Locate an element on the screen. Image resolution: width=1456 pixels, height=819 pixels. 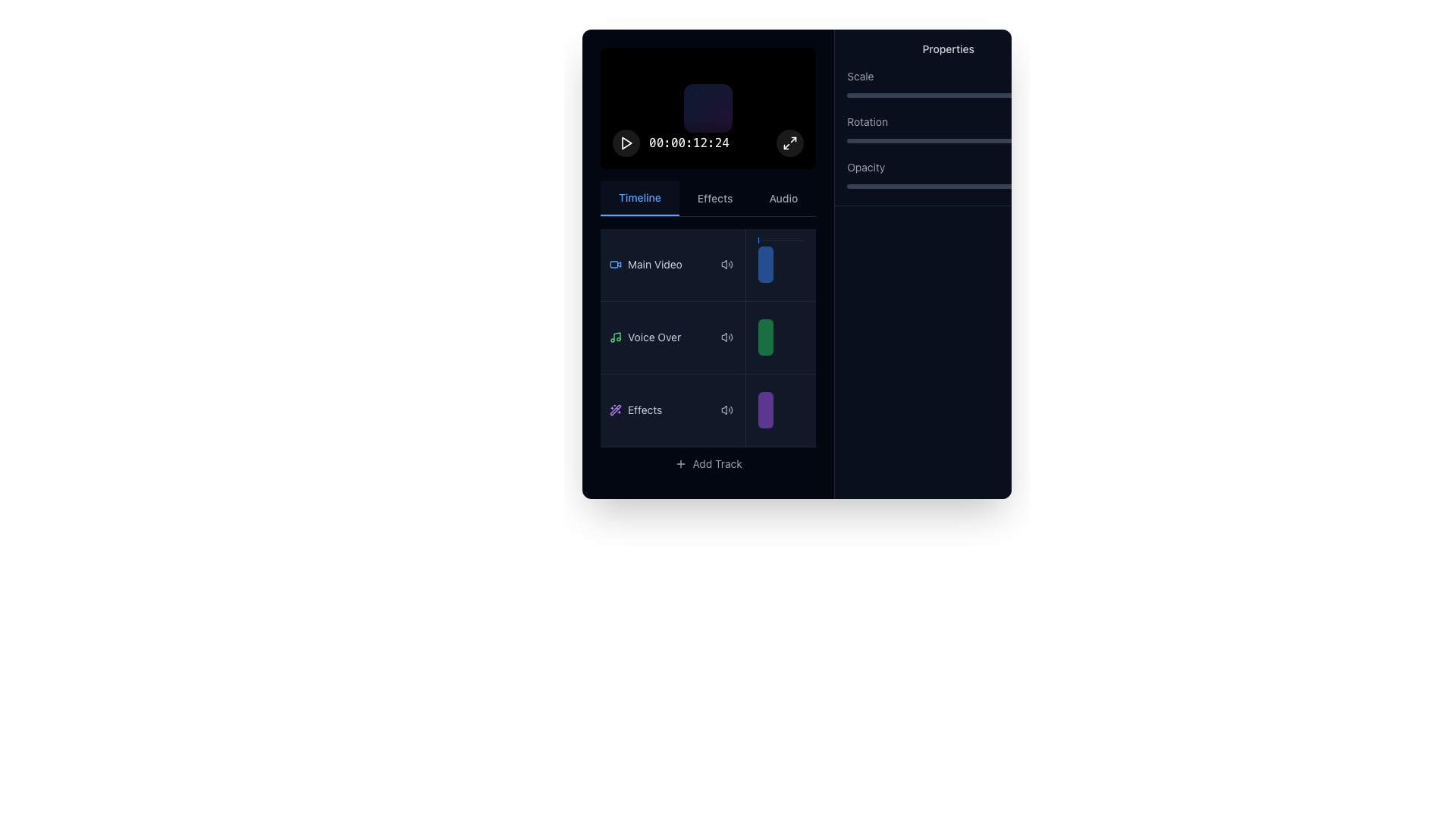
the small rounded rectangle with a purple fill representing the Graphical Track Representation located on the 'Effects' row in the timeline grid is located at coordinates (781, 409).